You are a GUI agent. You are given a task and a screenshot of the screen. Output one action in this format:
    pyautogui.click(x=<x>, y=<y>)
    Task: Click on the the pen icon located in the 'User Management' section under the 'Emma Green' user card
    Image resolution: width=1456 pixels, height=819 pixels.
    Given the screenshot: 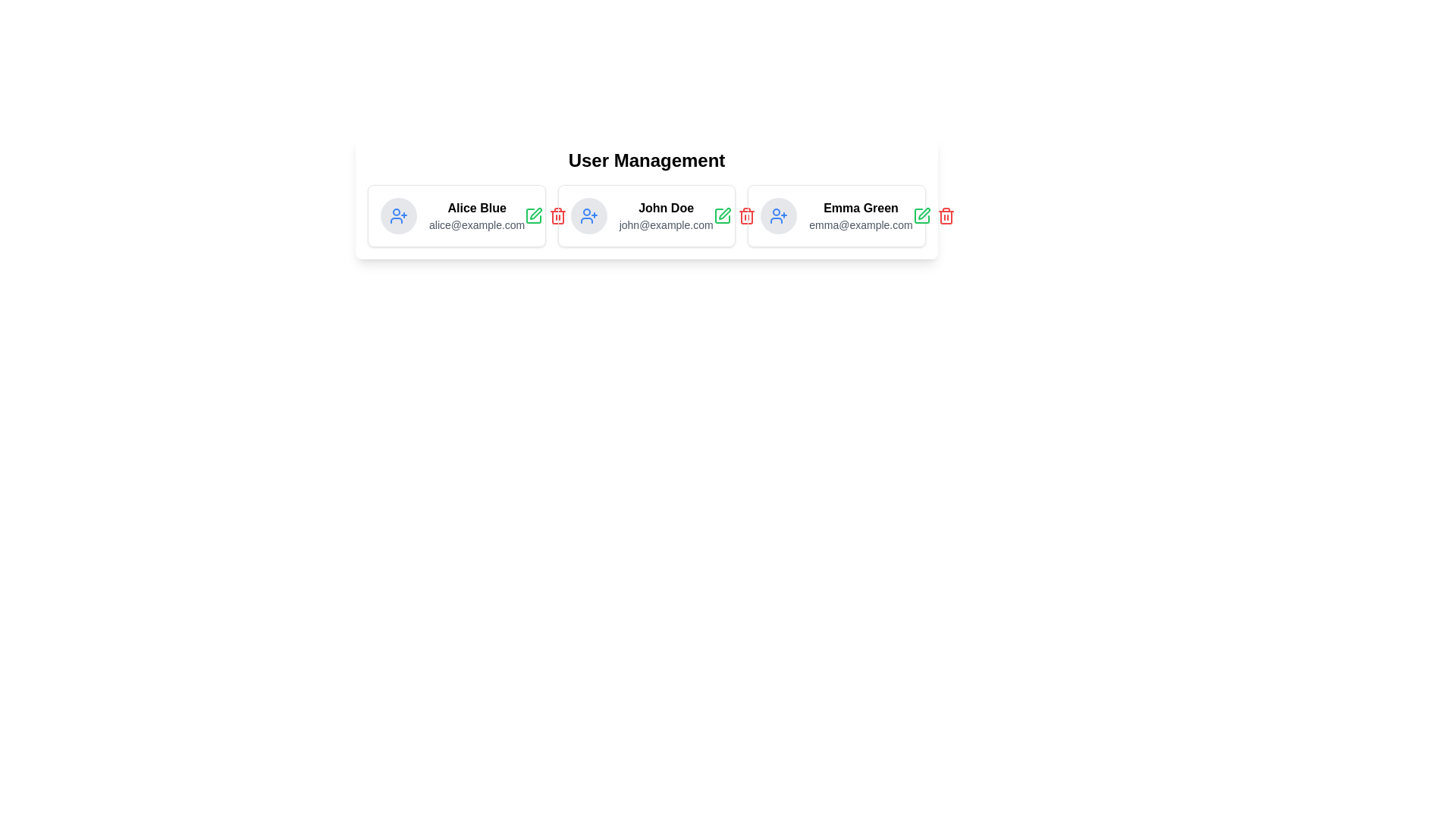 What is the action you would take?
    pyautogui.click(x=921, y=216)
    